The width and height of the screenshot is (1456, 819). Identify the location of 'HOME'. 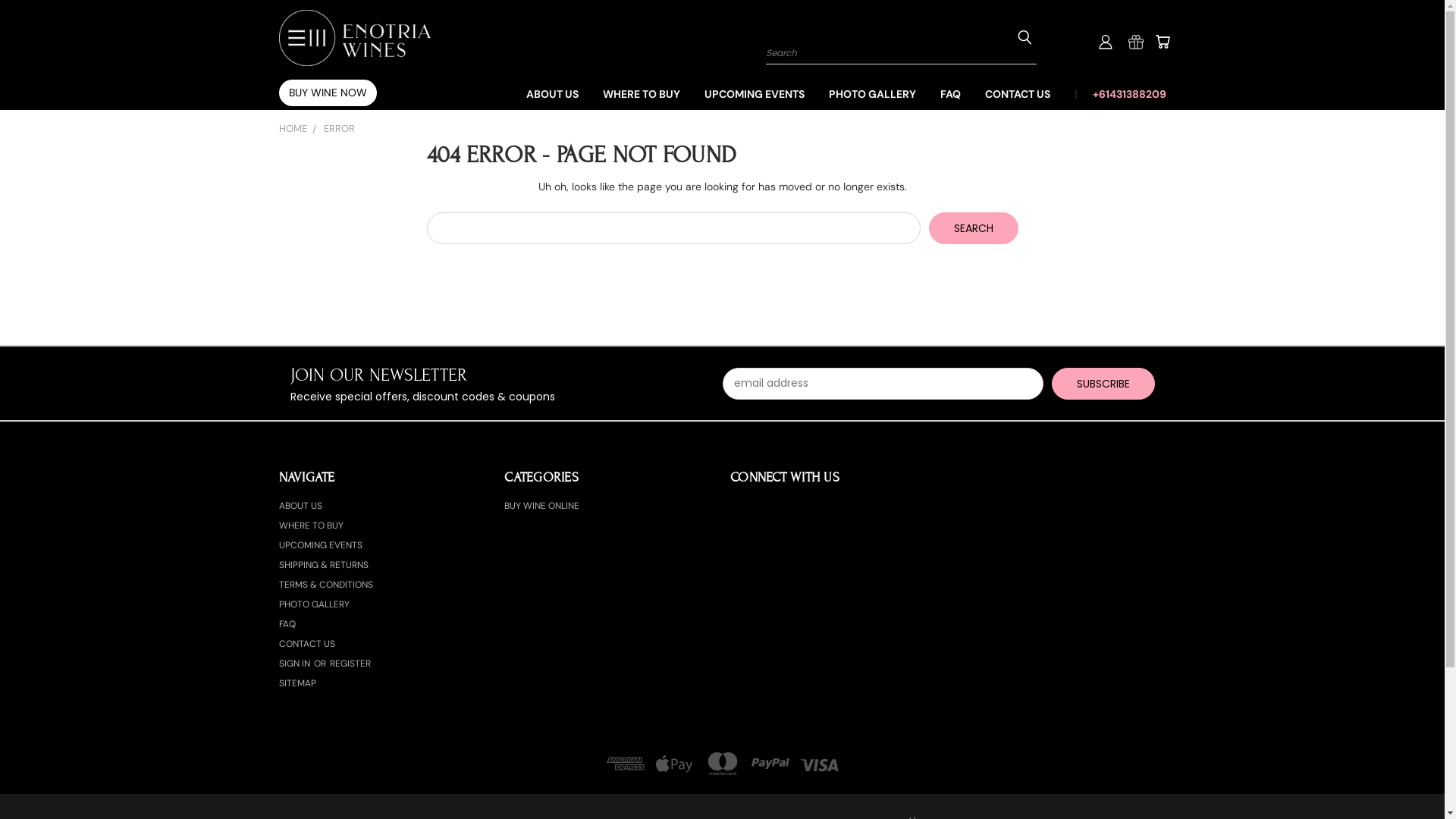
(293, 127).